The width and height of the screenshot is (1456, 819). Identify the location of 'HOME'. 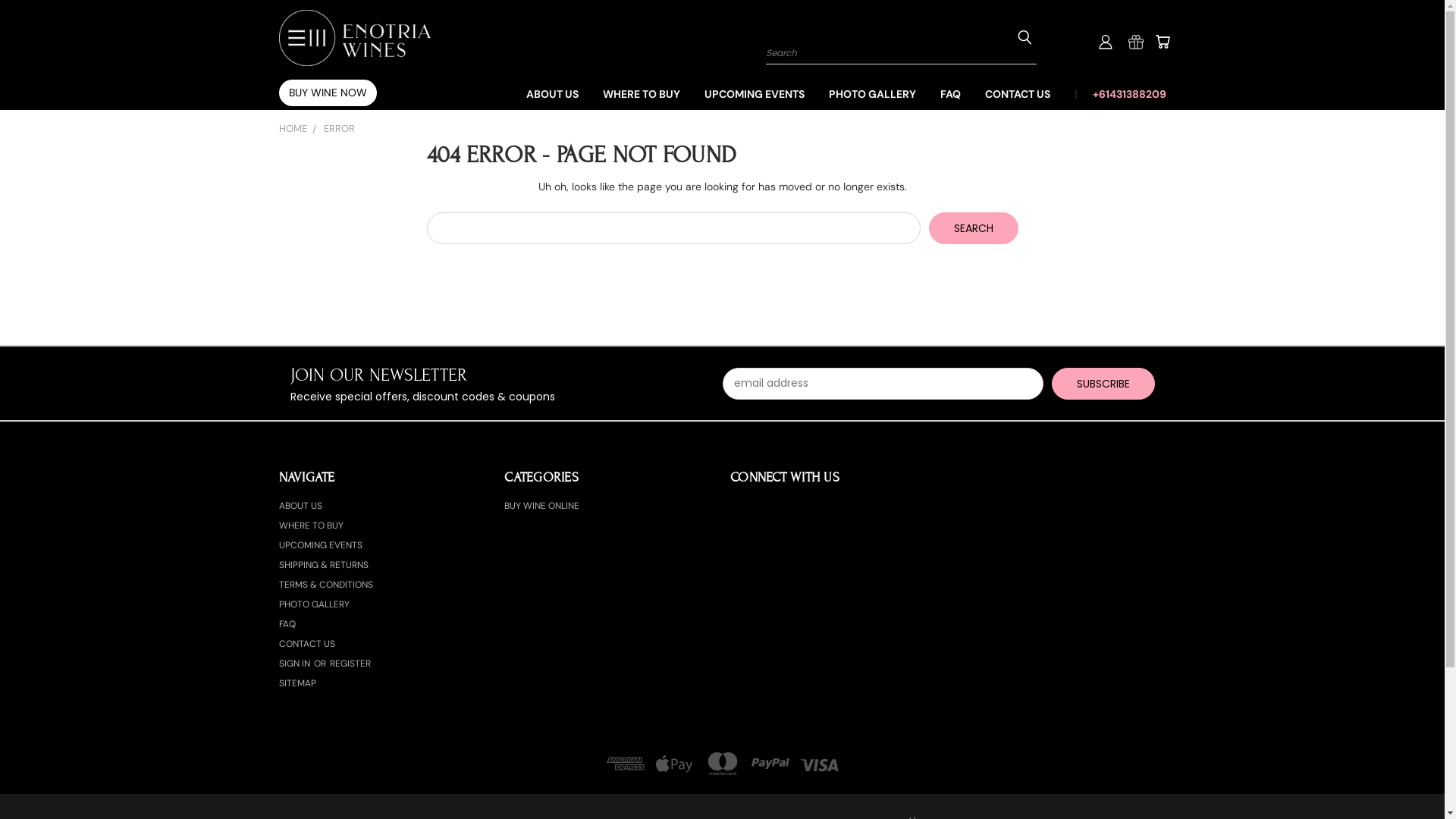
(293, 127).